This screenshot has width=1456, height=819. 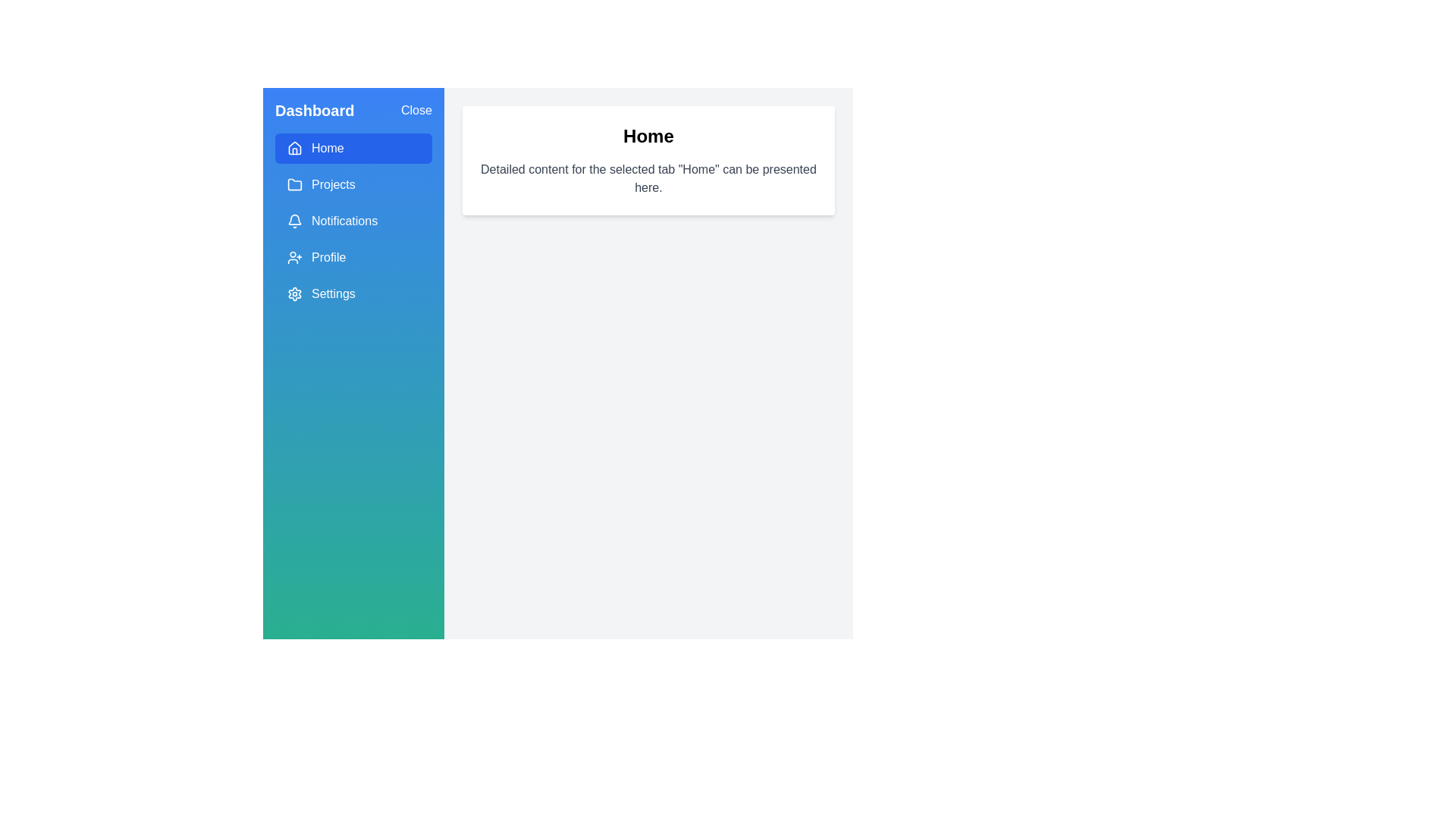 I want to click on the menu item Notifications to display its content, so click(x=353, y=221).